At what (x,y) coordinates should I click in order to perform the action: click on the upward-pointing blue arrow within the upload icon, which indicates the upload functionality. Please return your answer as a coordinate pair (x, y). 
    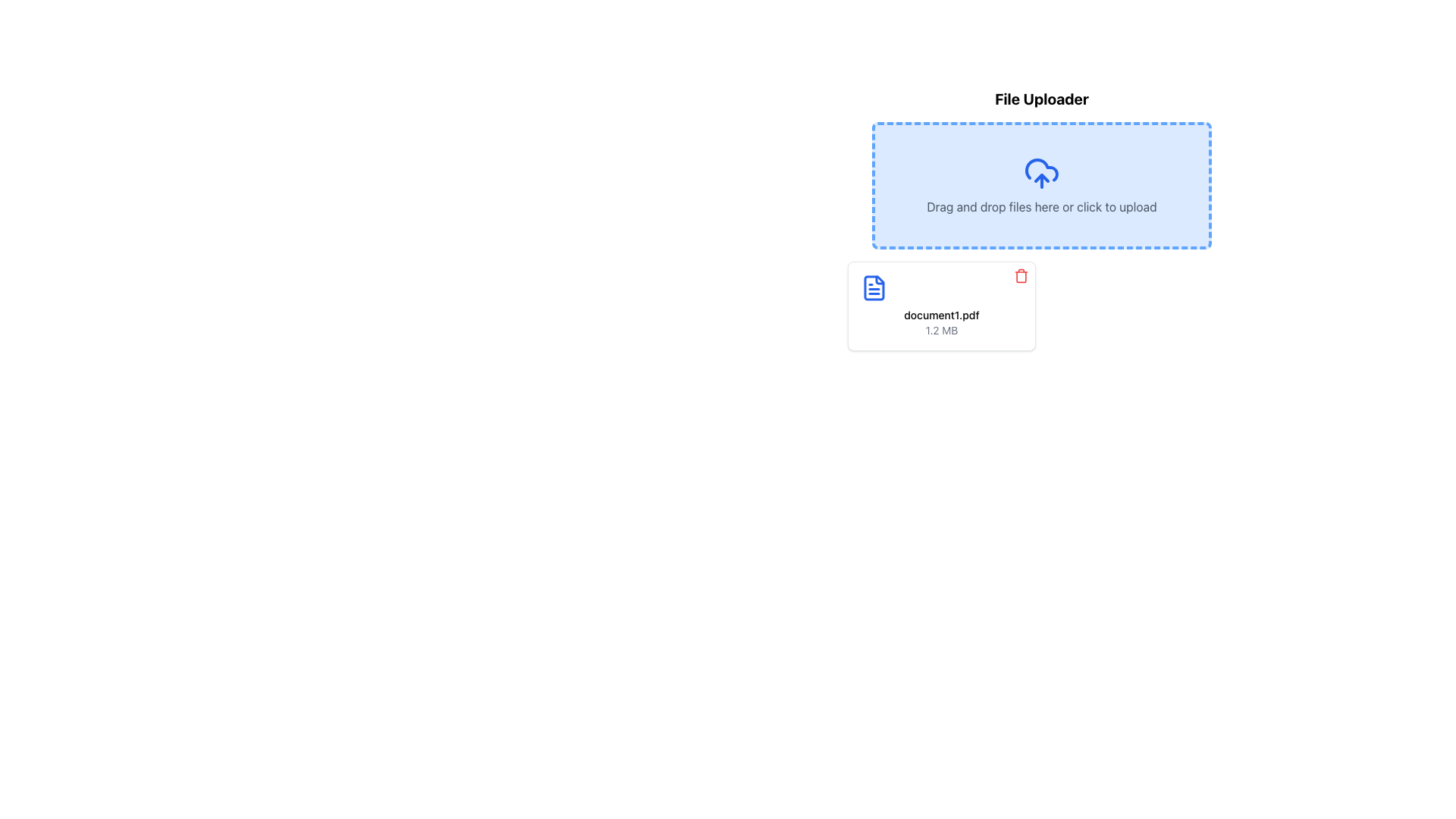
    Looking at the image, I should click on (1040, 177).